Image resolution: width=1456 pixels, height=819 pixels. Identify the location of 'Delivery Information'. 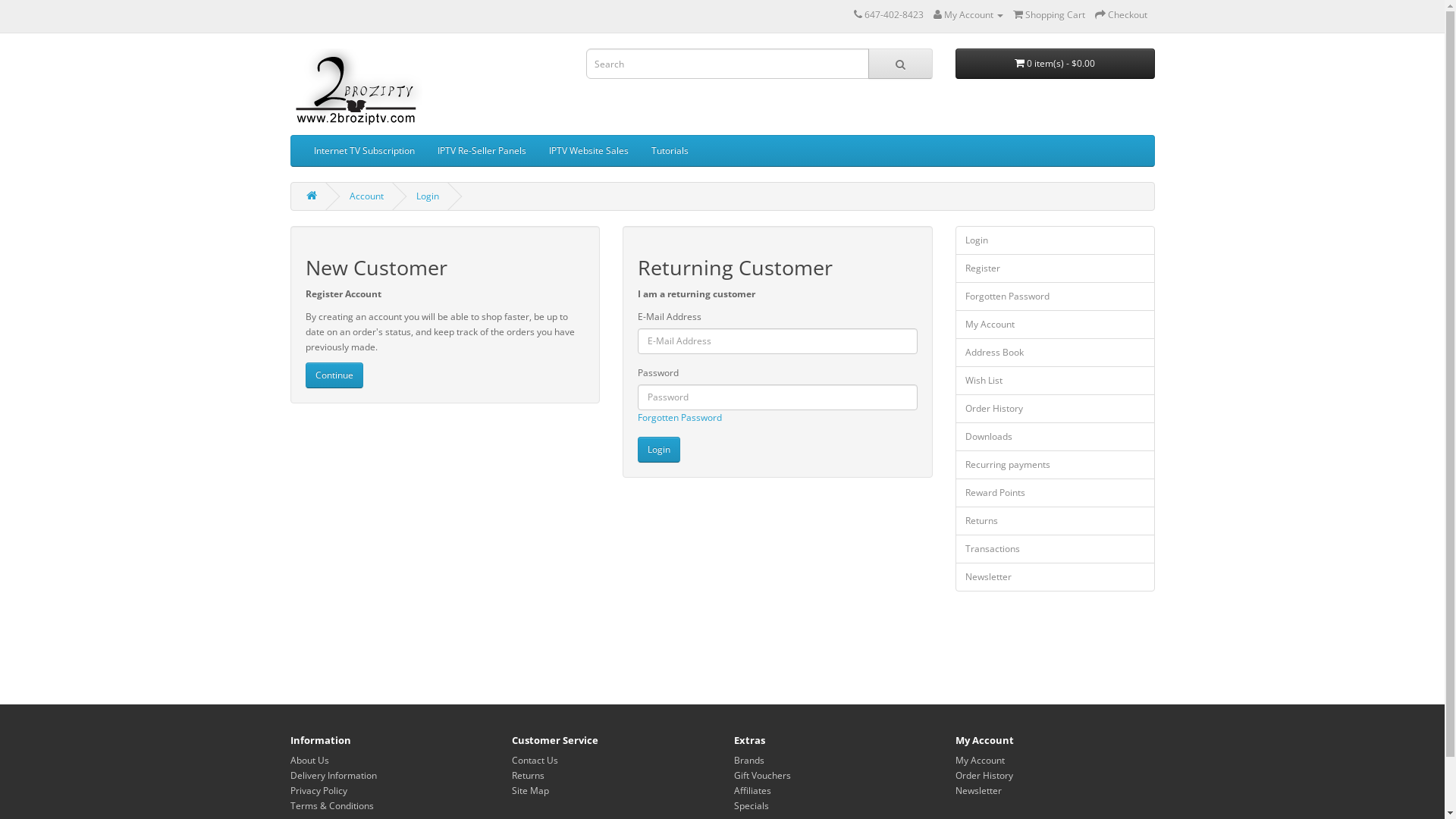
(331, 775).